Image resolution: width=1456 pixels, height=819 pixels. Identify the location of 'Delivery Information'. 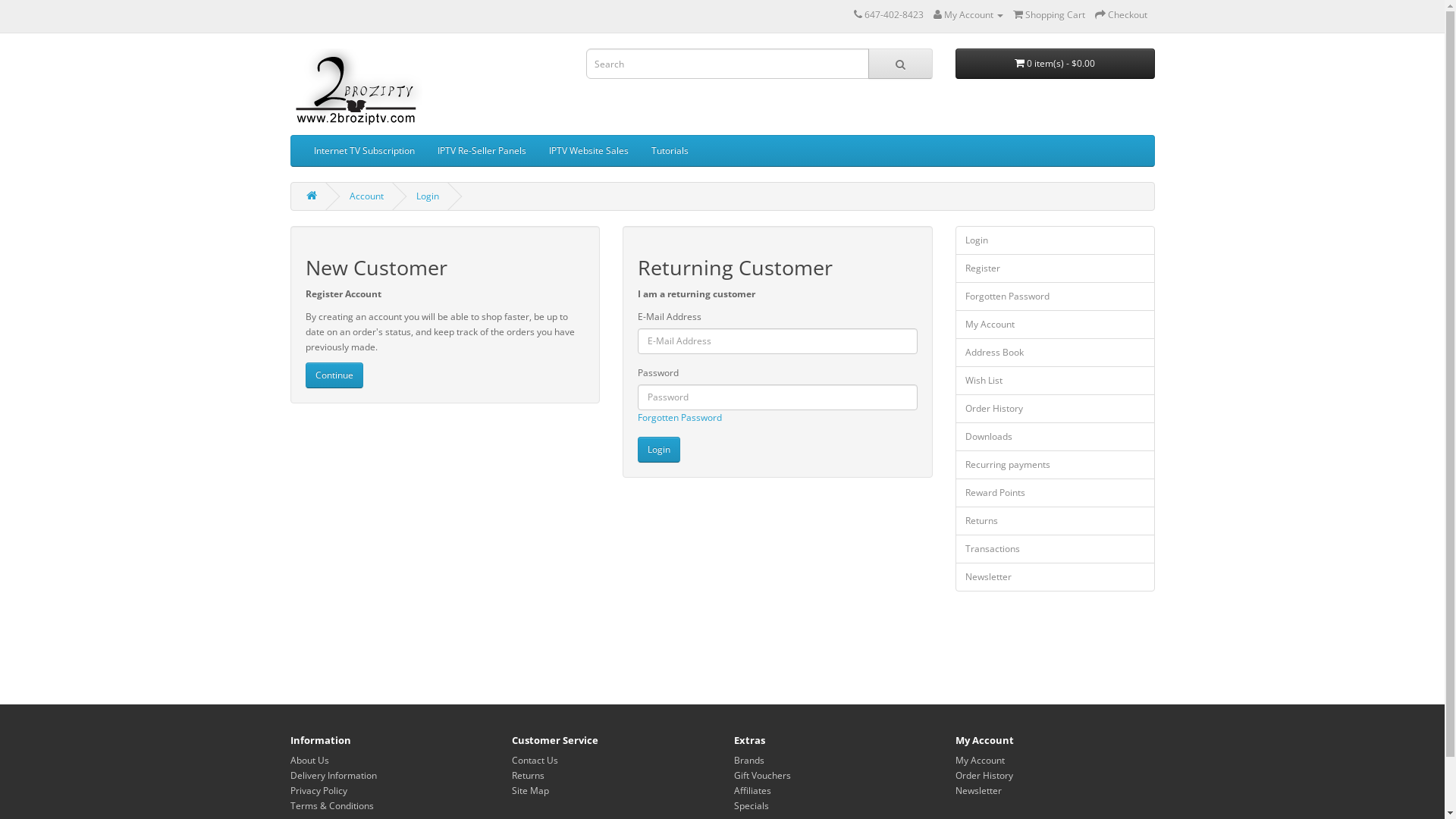
(331, 775).